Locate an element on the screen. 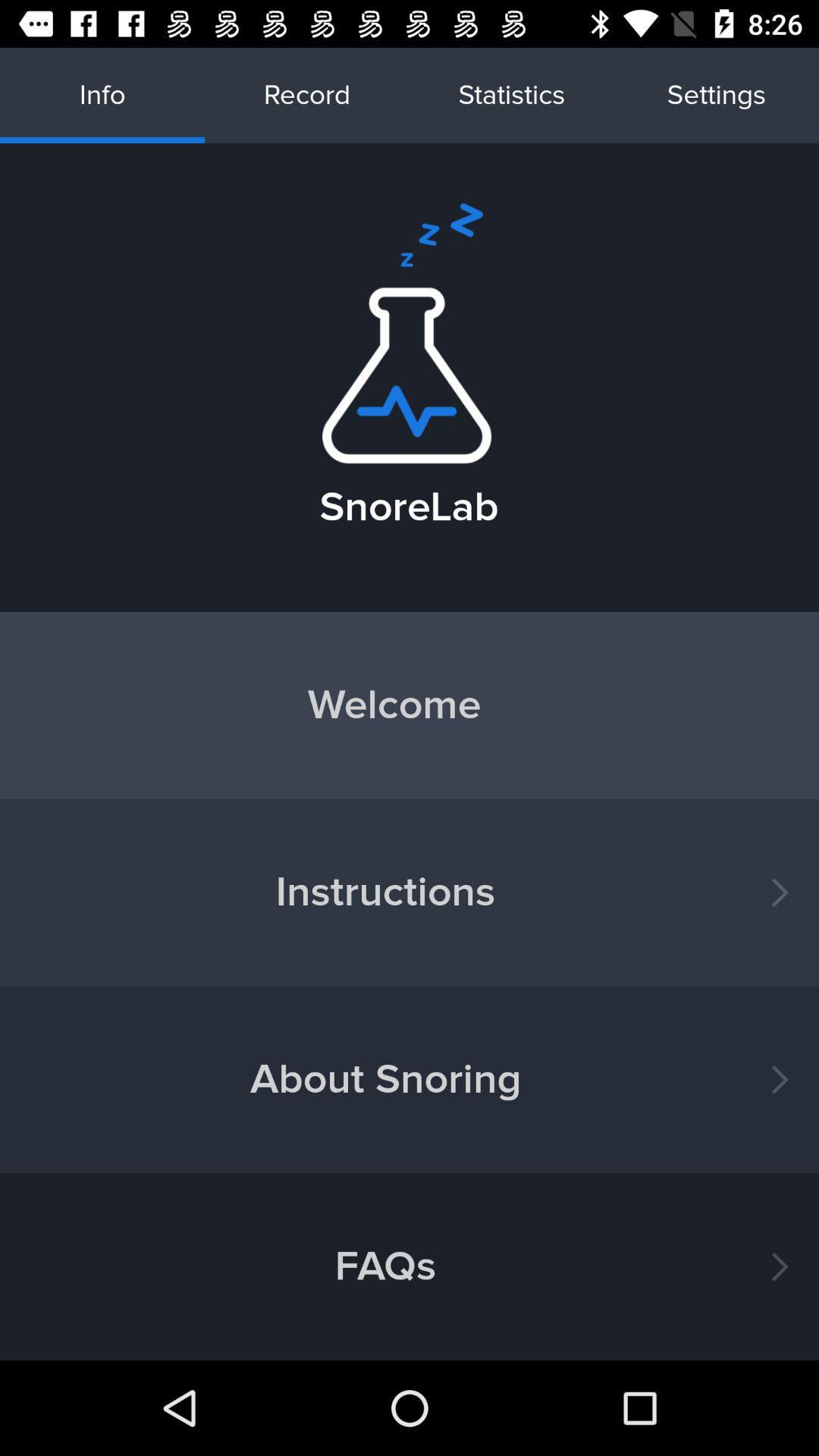  icon above the about snoring icon is located at coordinates (409, 893).